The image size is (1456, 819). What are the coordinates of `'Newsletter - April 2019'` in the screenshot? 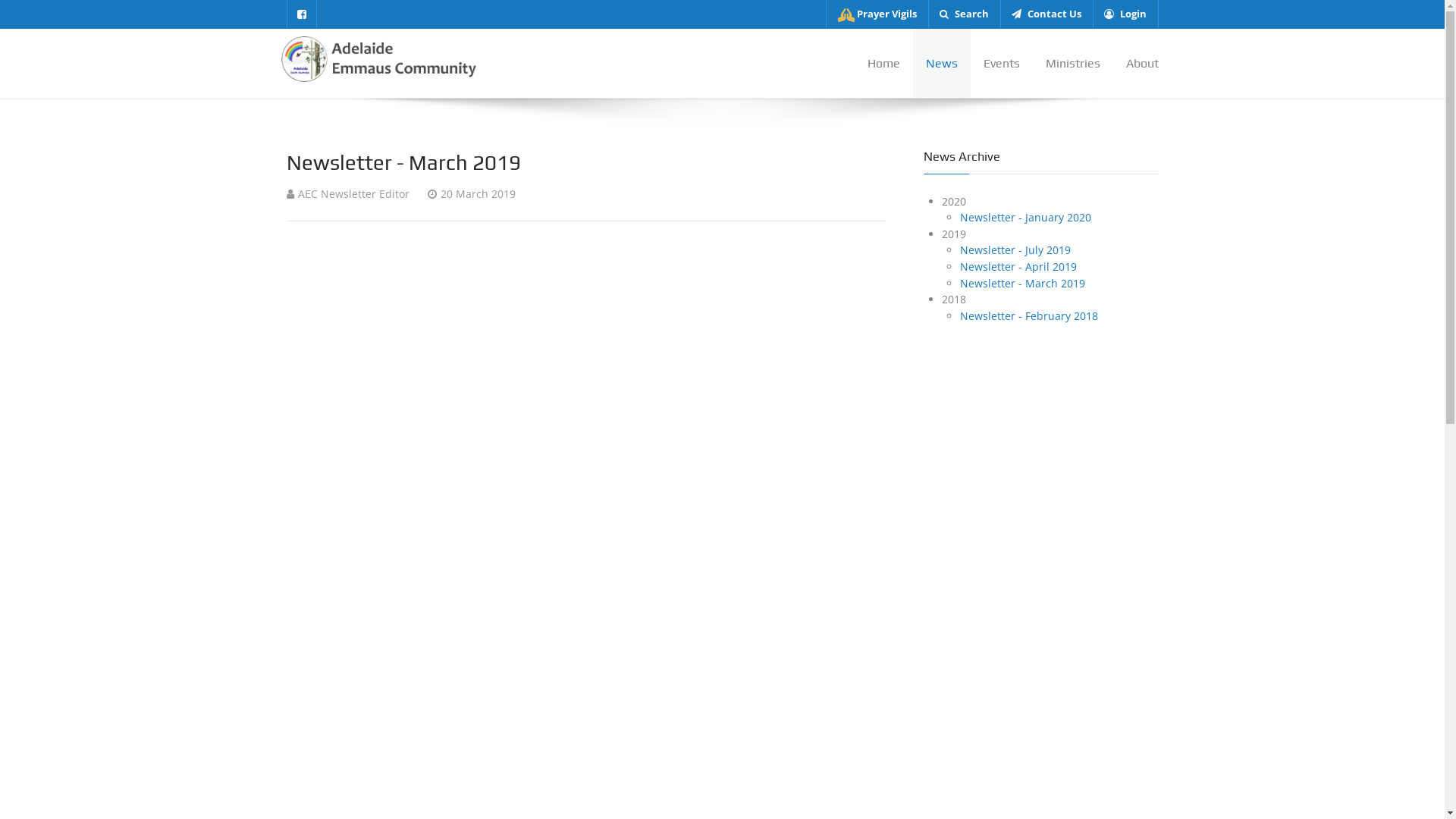 It's located at (1018, 265).